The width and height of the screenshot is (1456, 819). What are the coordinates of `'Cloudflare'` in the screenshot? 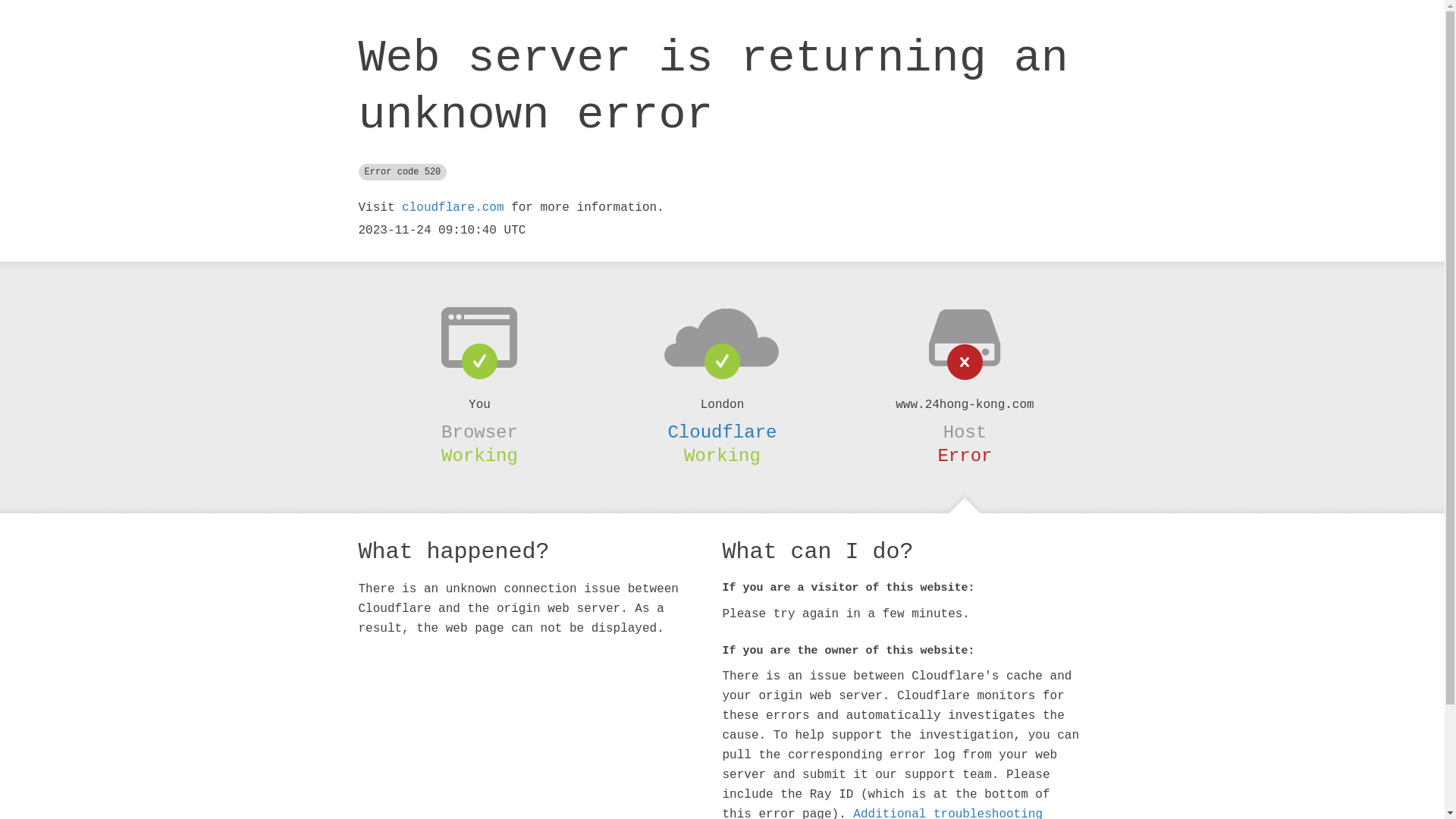 It's located at (720, 432).